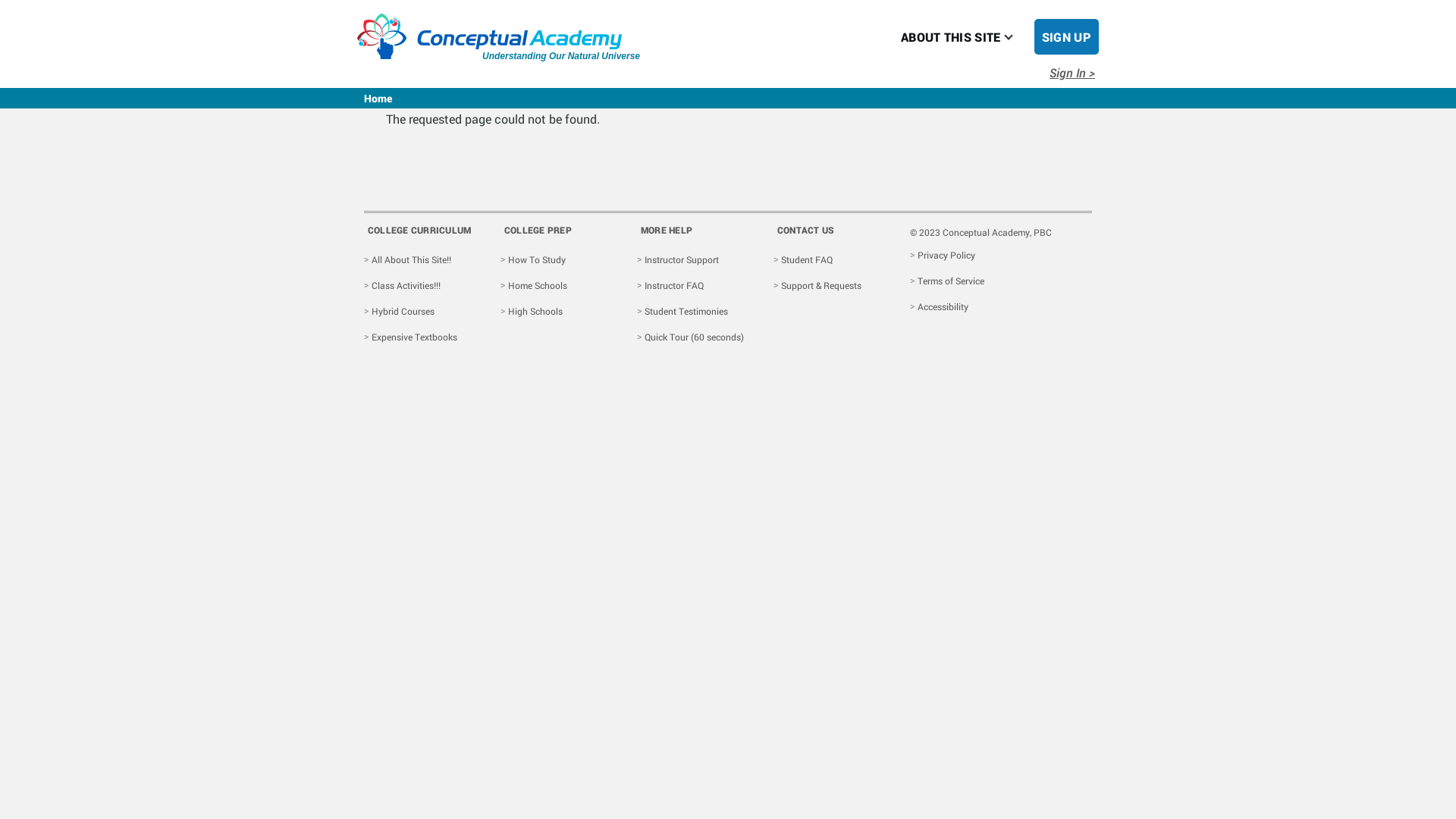  What do you see at coordinates (1048, 72) in the screenshot?
I see `'Sign In >'` at bounding box center [1048, 72].